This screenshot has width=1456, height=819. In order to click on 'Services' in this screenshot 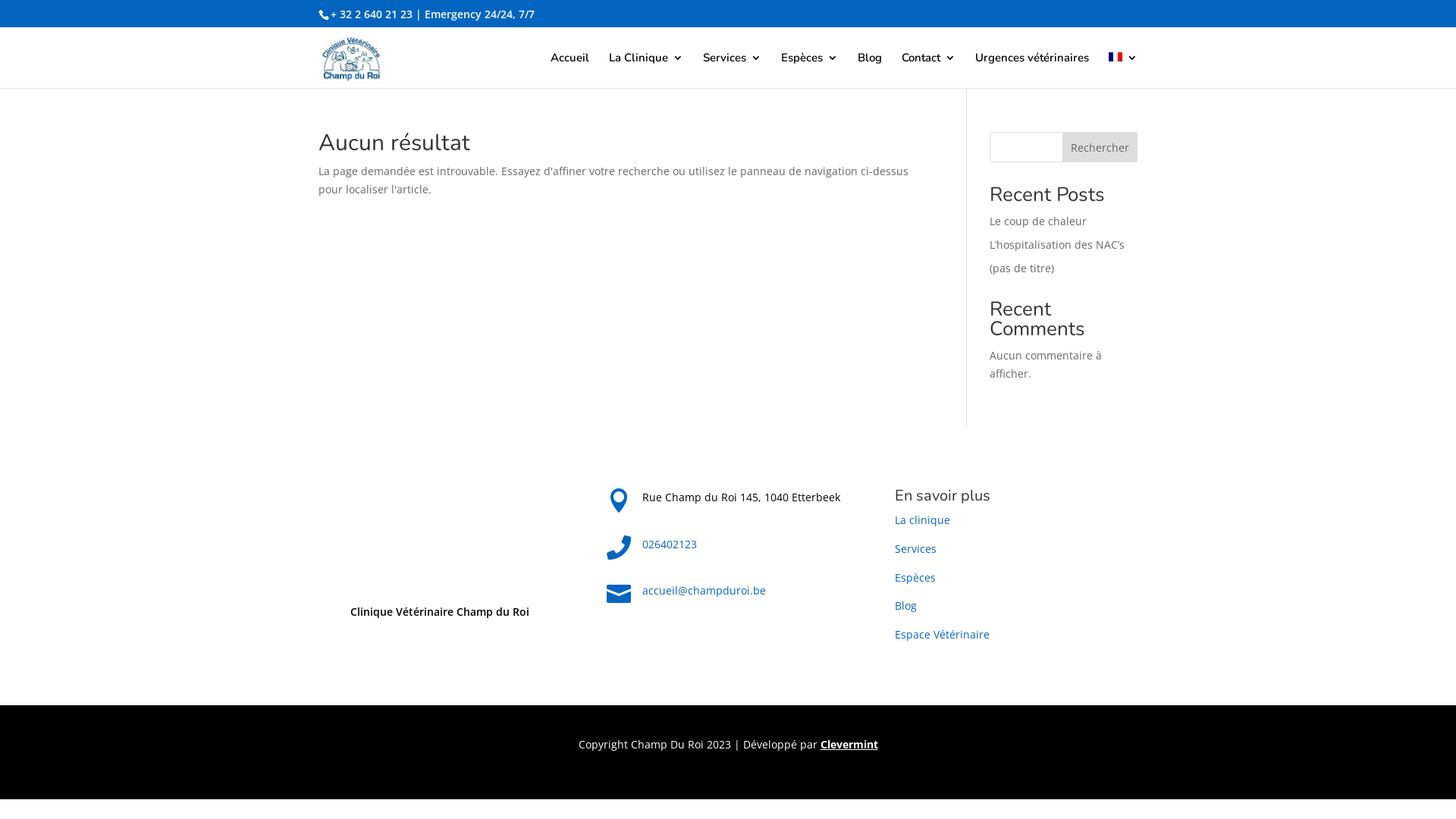, I will do `click(915, 548)`.